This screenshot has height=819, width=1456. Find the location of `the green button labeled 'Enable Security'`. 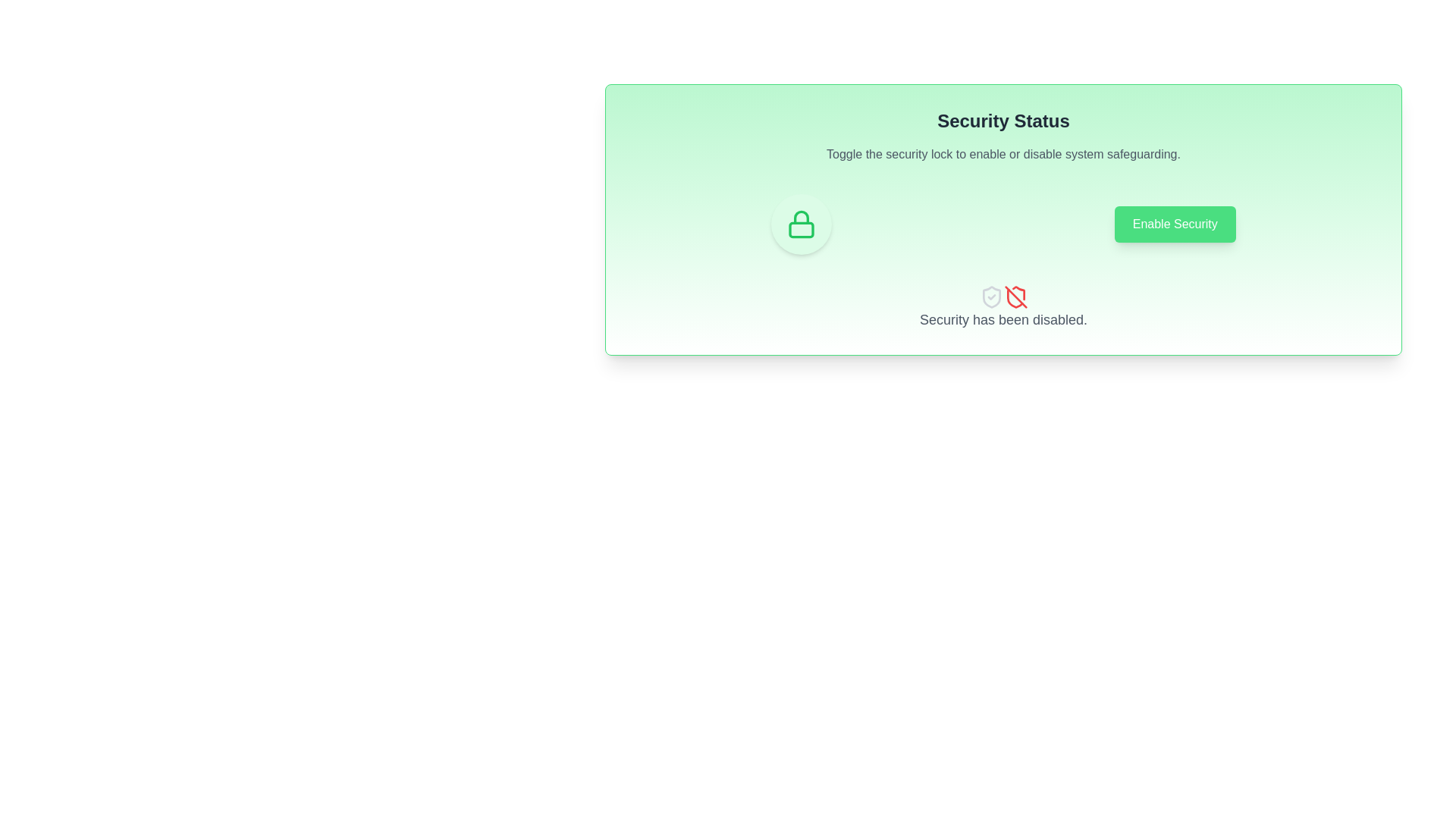

the green button labeled 'Enable Security' is located at coordinates (1174, 224).